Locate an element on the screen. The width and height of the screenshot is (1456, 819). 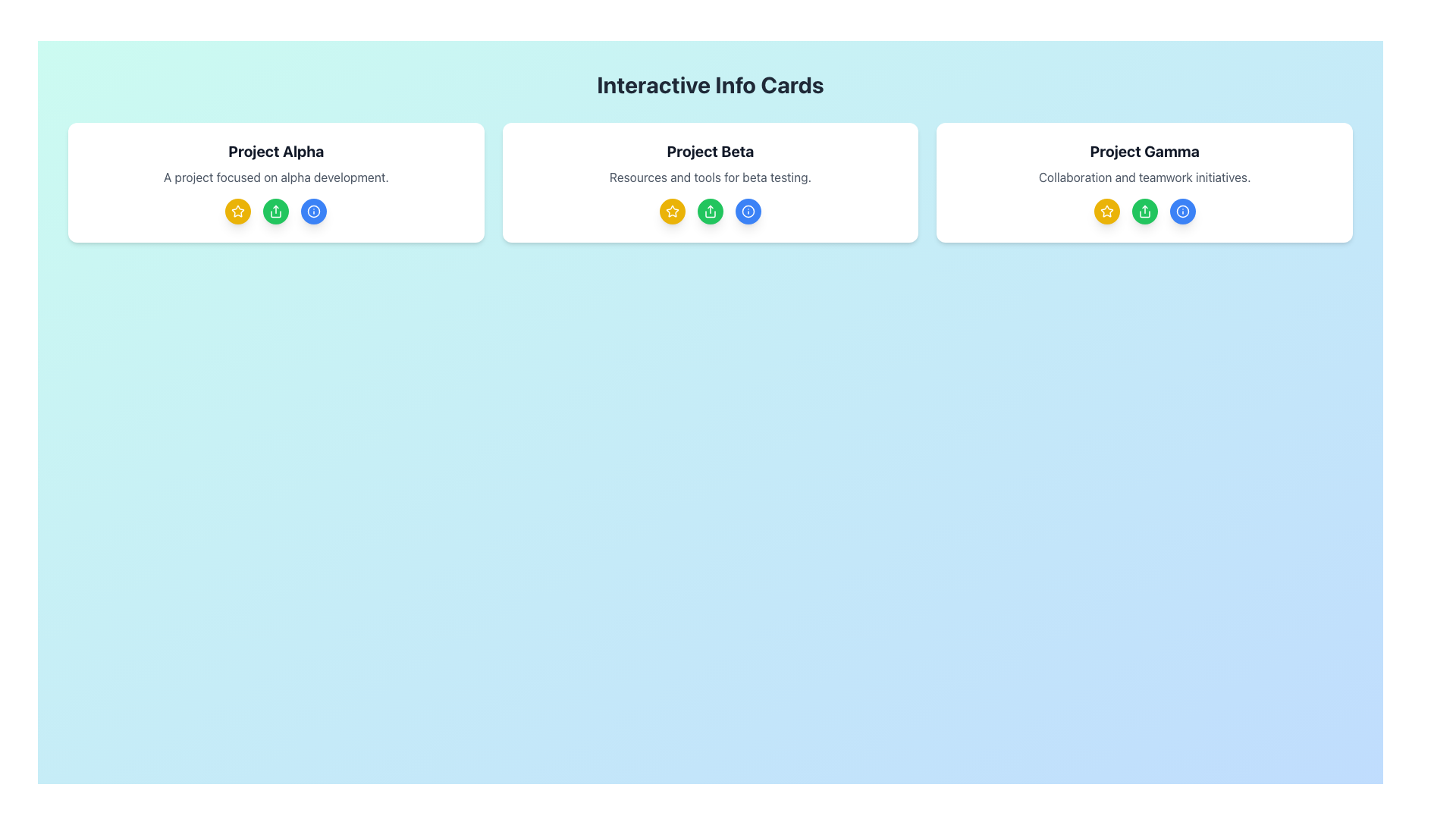
the Share icon button, which is a green circular button with a white background, located in the 'Project Beta' section of the UI card is located at coordinates (709, 211).